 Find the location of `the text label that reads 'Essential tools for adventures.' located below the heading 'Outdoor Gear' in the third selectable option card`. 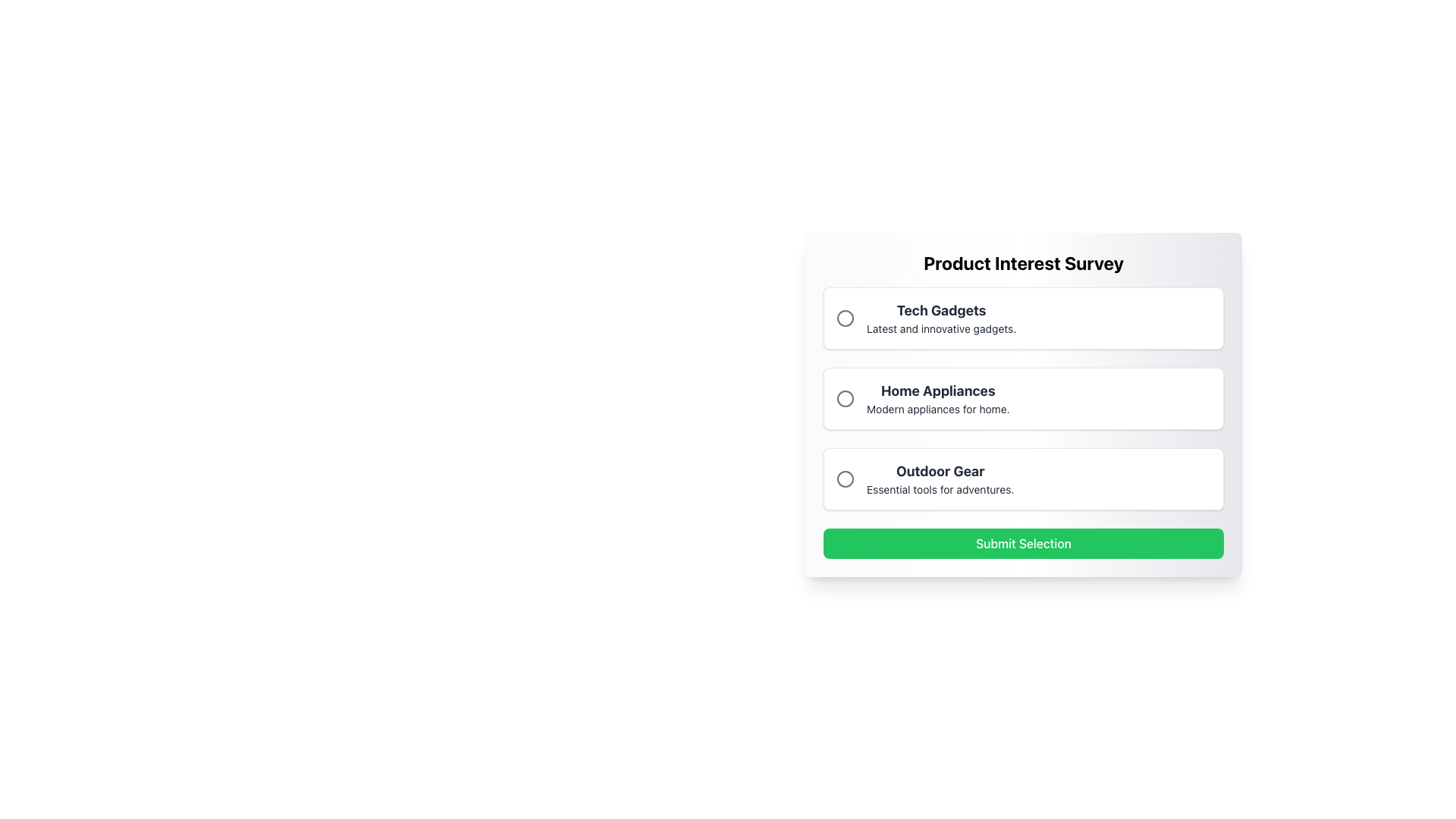

the text label that reads 'Essential tools for adventures.' located below the heading 'Outdoor Gear' in the third selectable option card is located at coordinates (940, 489).